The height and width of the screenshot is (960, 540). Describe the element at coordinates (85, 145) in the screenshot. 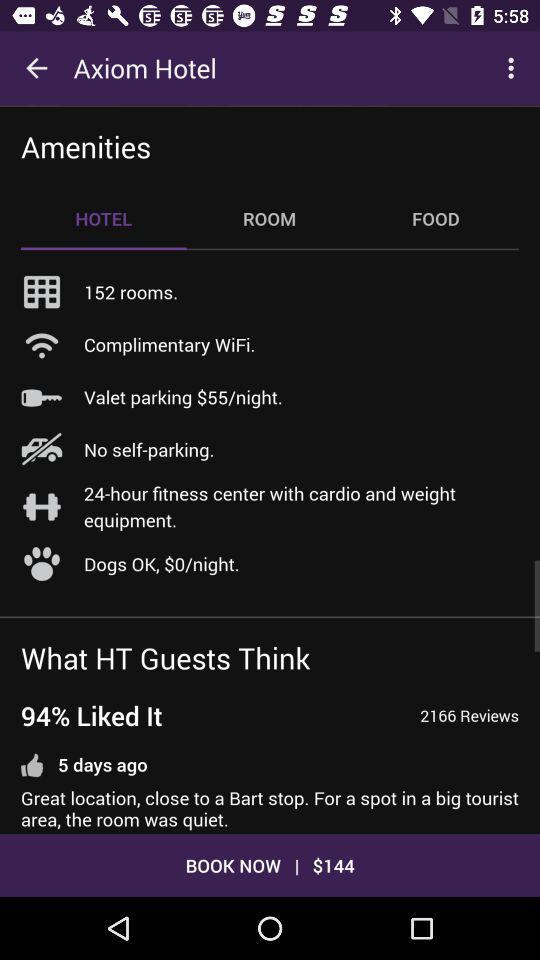

I see `the icon above the hotel item` at that location.